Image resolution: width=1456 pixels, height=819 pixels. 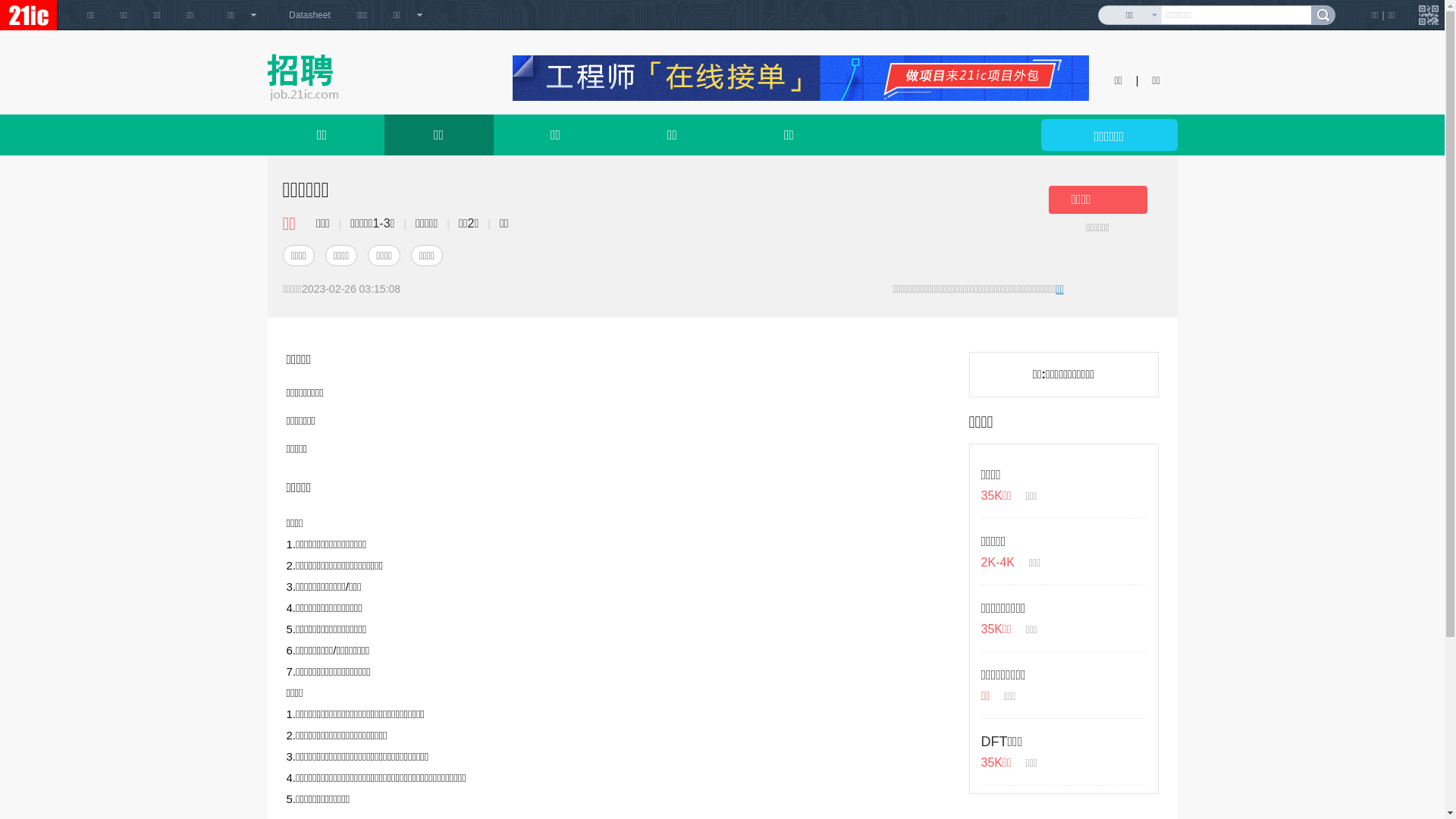 I want to click on 'Datasheet', so click(x=309, y=14).